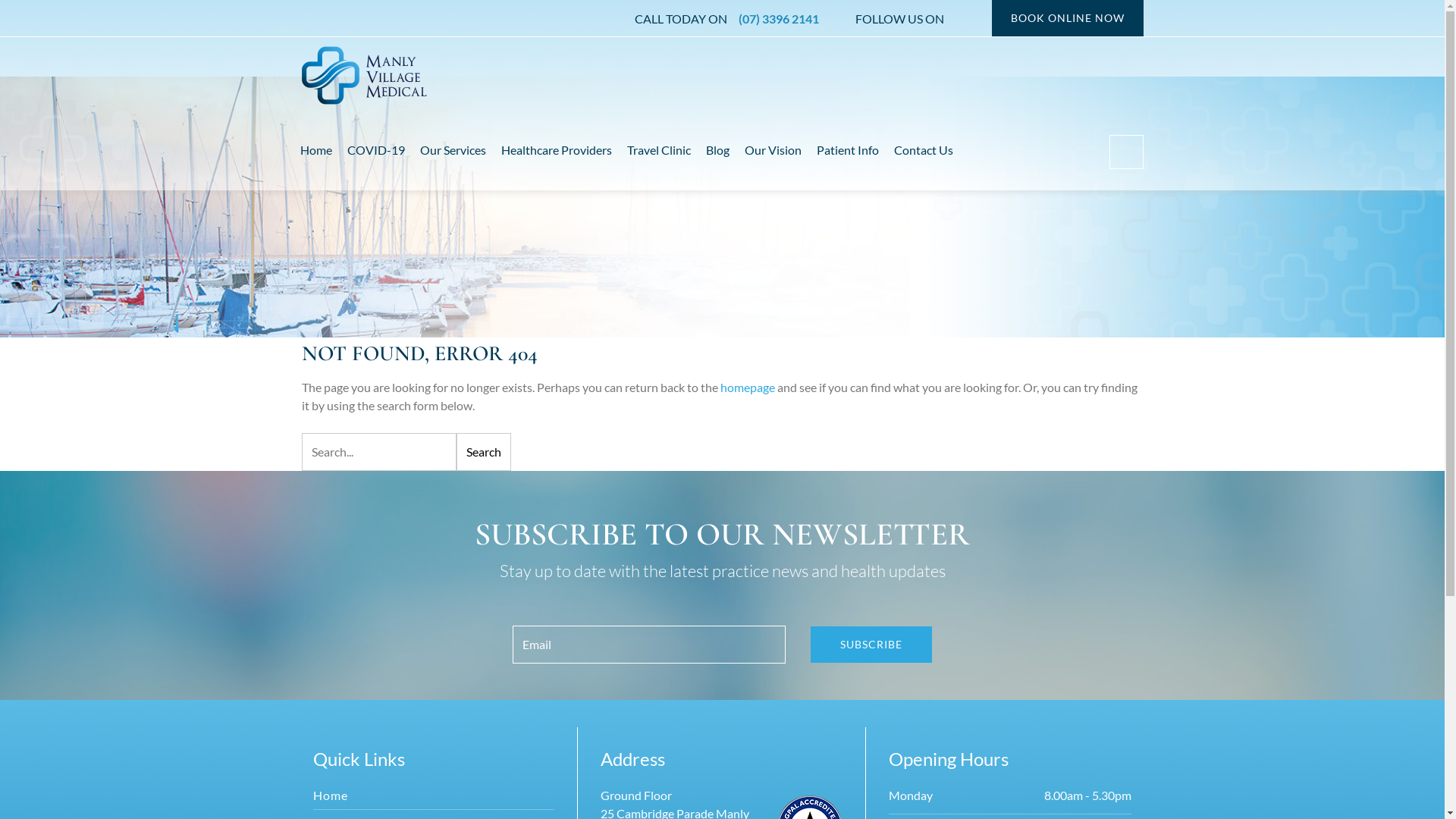 The image size is (1456, 819). I want to click on 'homepage', so click(747, 386).